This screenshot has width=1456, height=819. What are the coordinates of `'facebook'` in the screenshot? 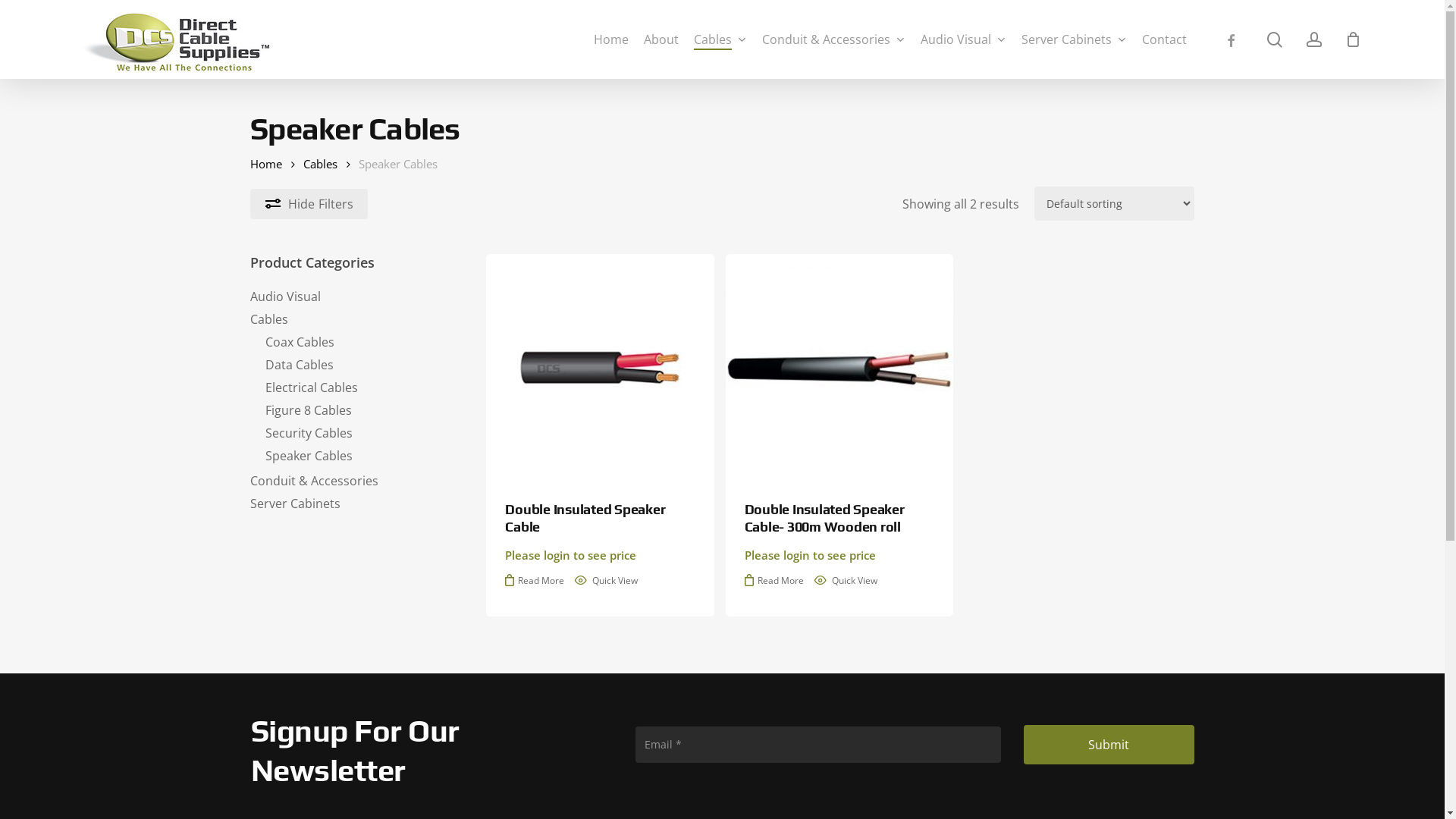 It's located at (1230, 38).